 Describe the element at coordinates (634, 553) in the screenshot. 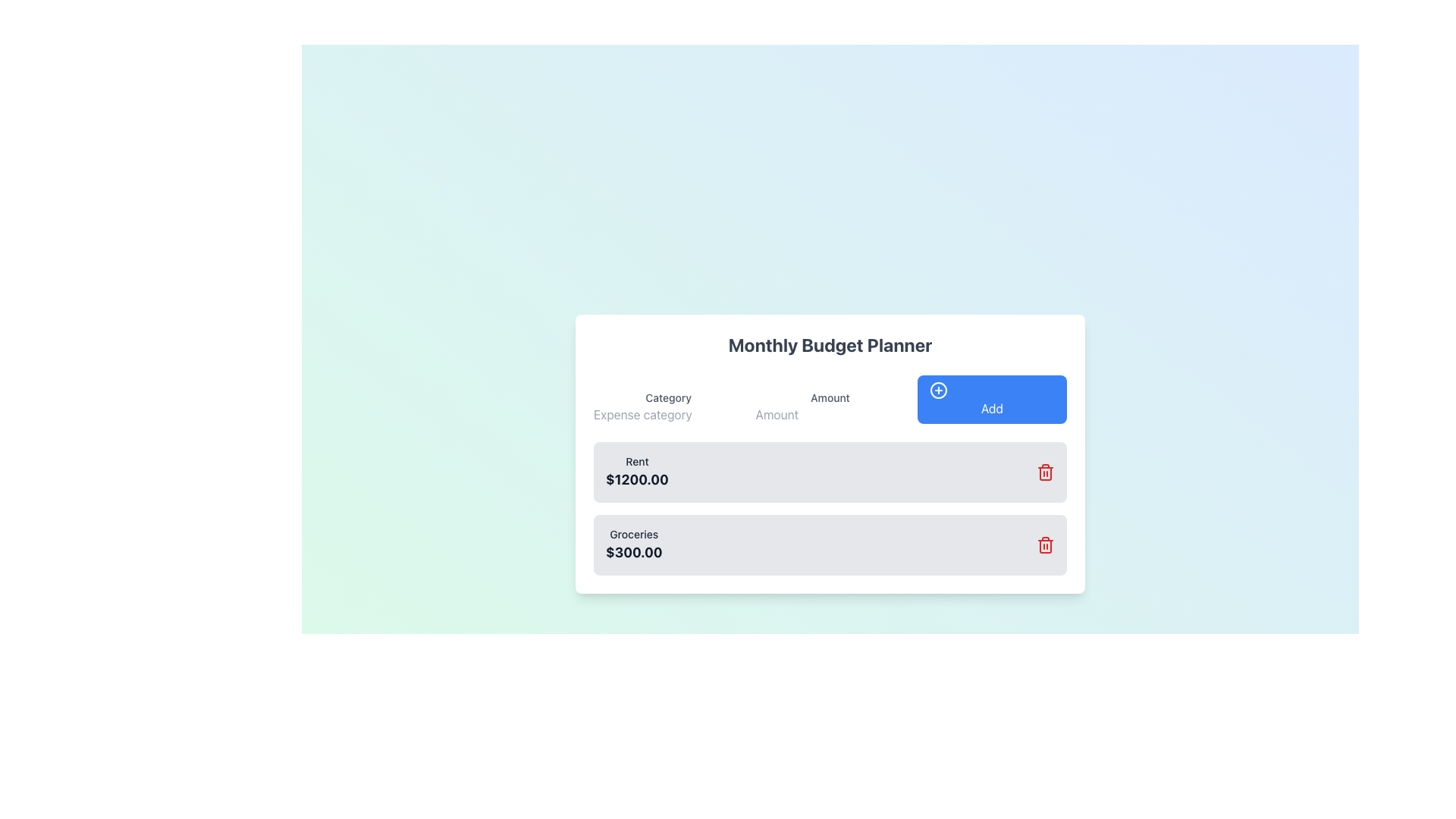

I see `text value displayed in the monetary value Text Label for the 'Groceries' expense category, located to the right of the 'Groceries' label in the budget planner interface` at that location.